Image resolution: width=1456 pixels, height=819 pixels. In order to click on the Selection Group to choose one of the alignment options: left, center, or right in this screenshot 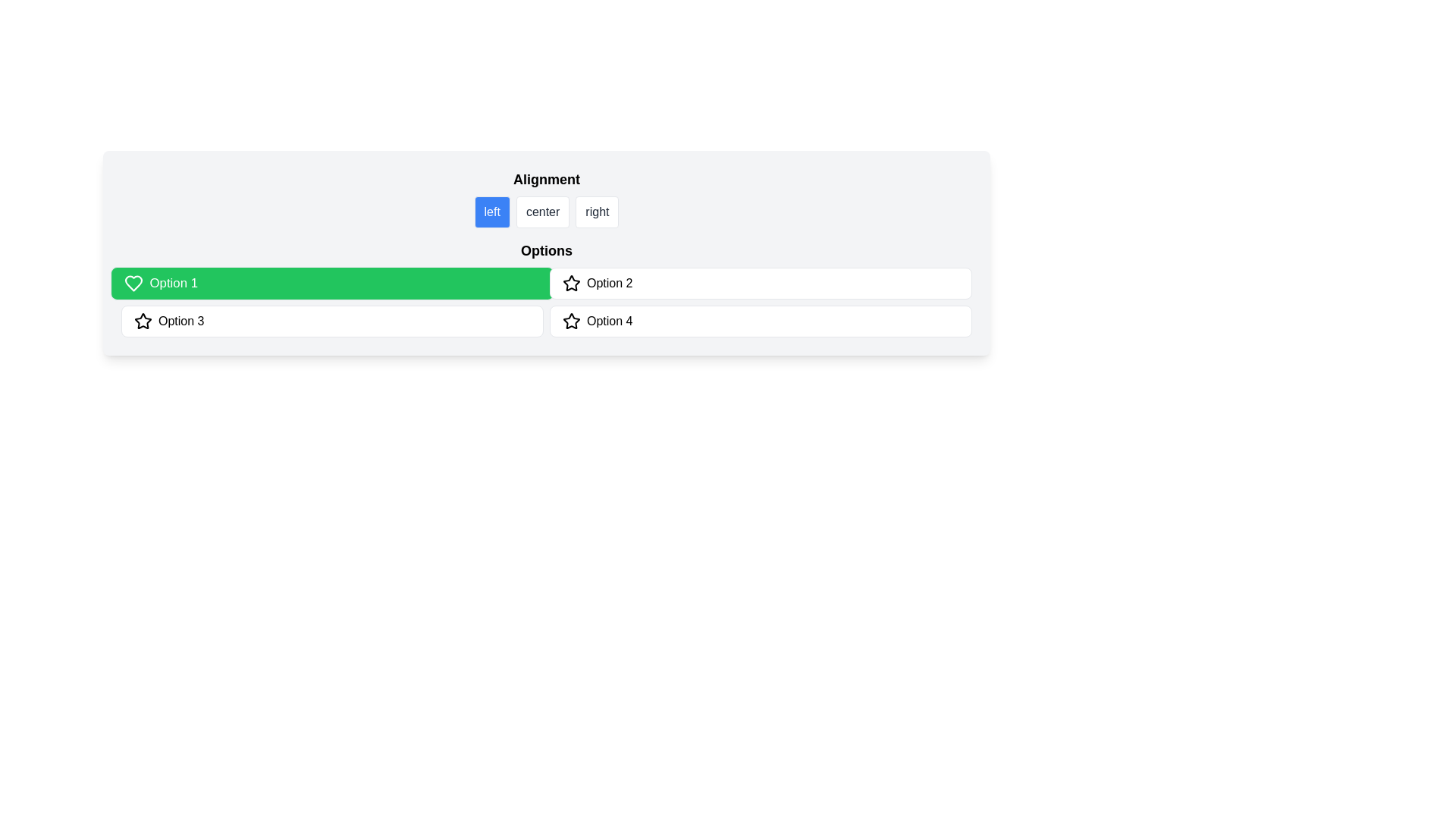, I will do `click(546, 198)`.